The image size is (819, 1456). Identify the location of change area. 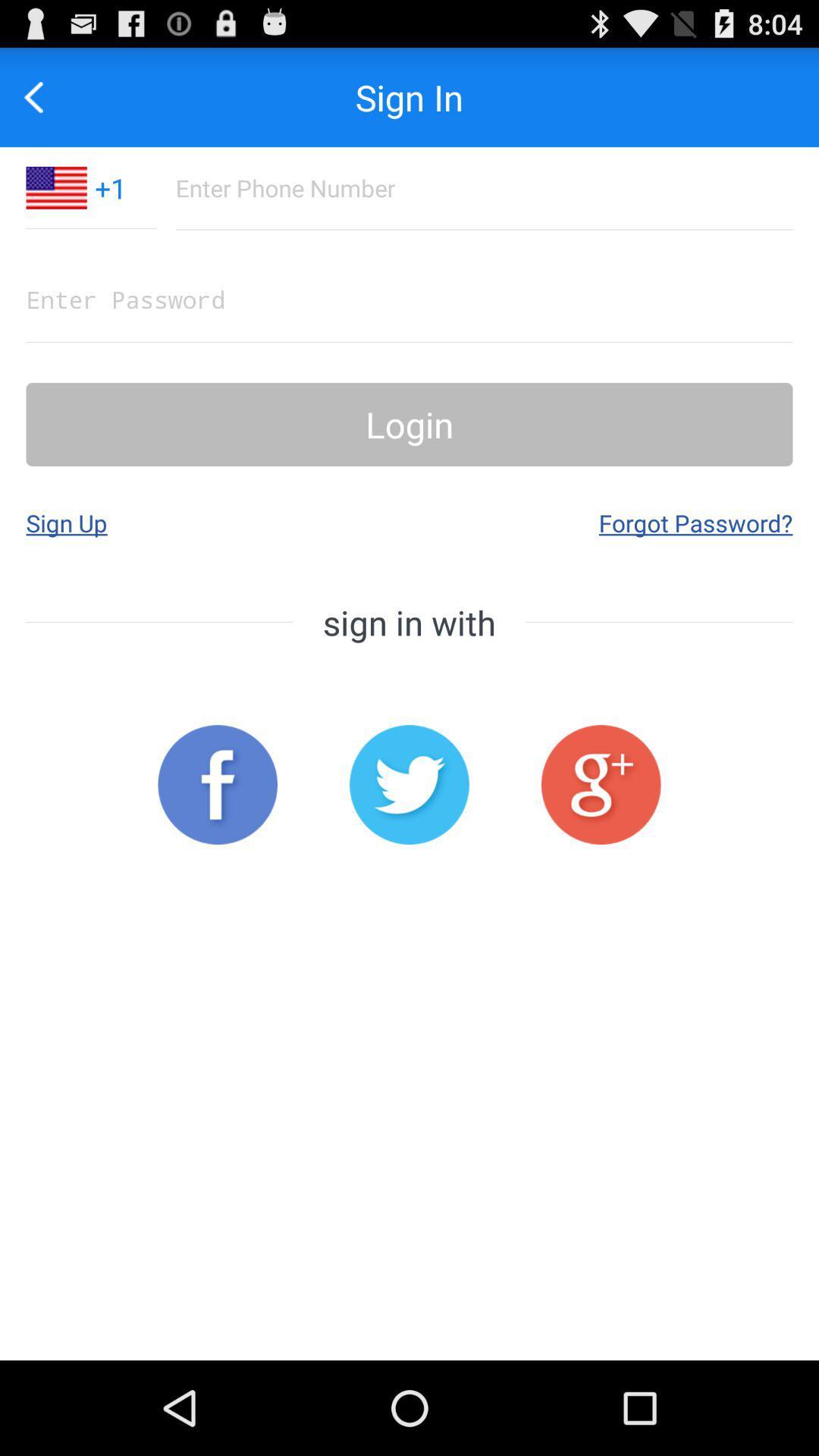
(55, 187).